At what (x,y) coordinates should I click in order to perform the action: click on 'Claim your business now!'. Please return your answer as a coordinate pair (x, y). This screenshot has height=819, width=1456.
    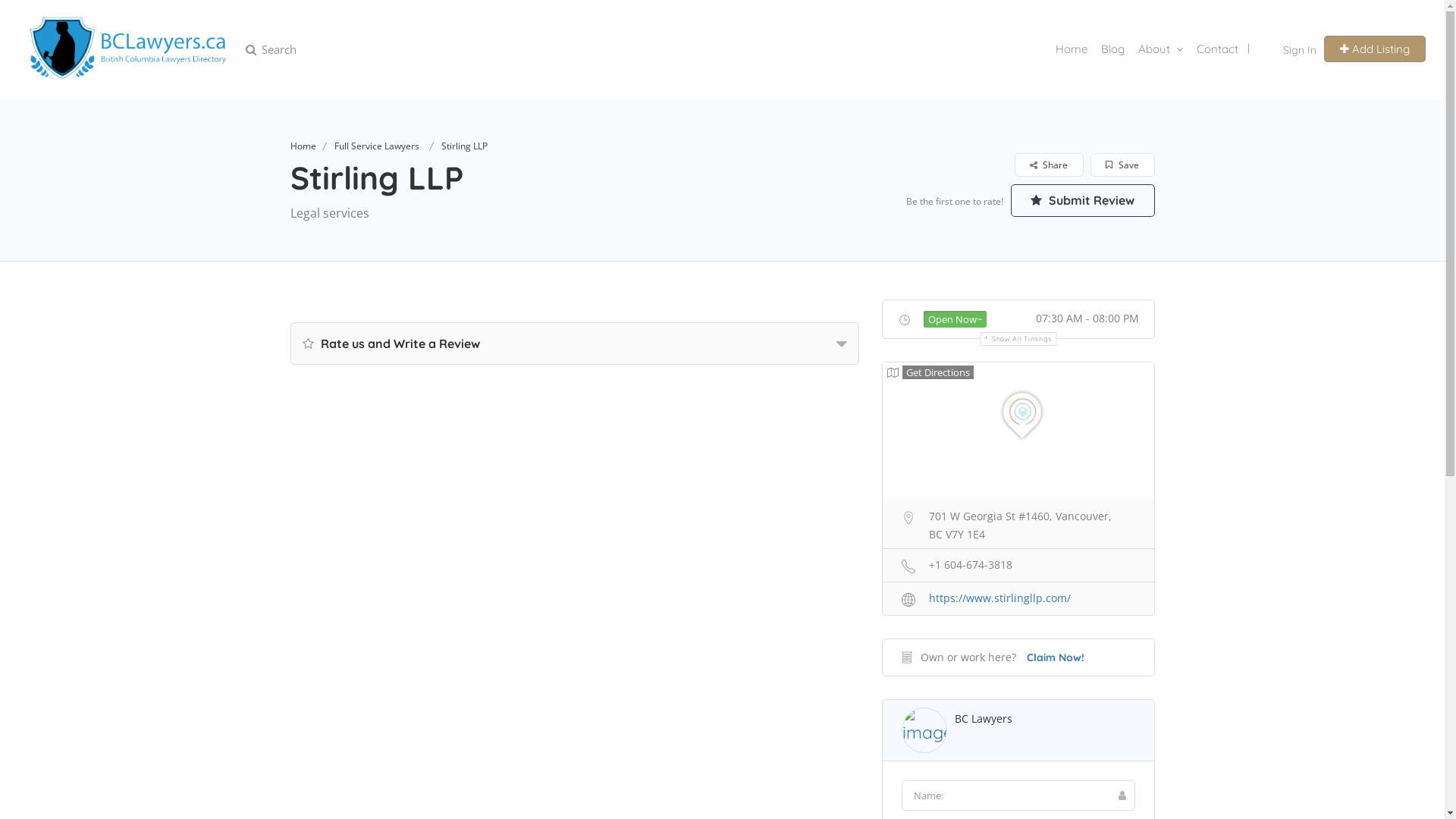
    Looking at the image, I should click on (583, 570).